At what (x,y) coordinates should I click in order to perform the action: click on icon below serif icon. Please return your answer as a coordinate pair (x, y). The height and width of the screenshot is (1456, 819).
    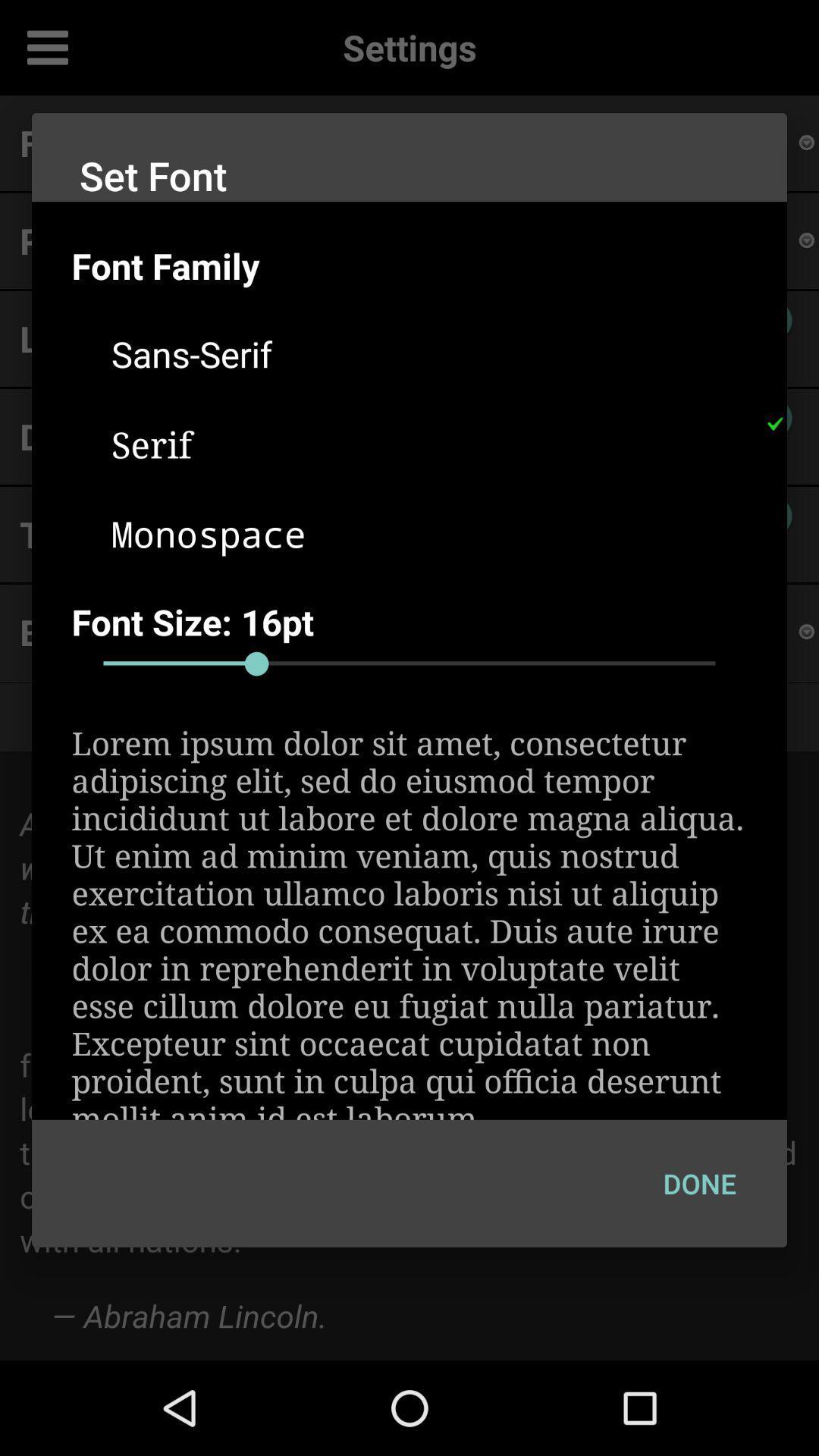
    Looking at the image, I should click on (429, 533).